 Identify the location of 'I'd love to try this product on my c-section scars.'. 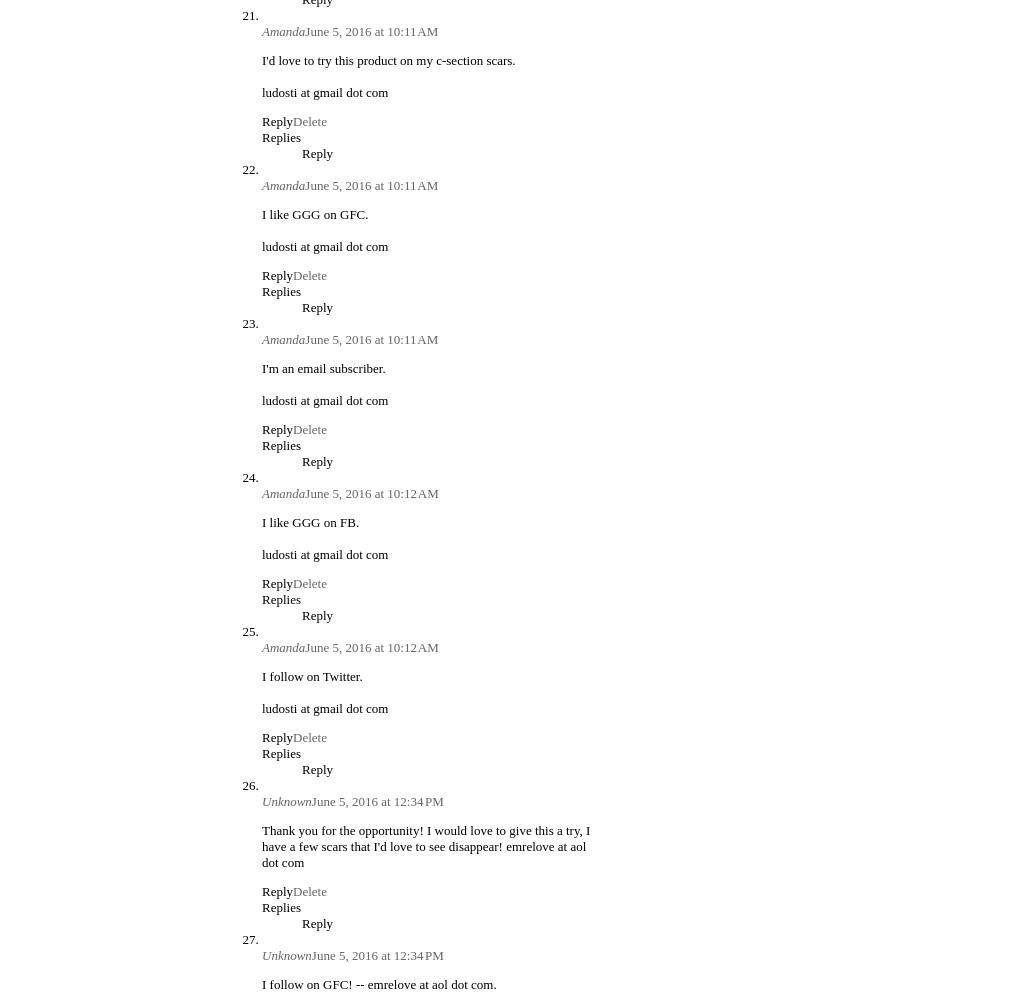
(262, 59).